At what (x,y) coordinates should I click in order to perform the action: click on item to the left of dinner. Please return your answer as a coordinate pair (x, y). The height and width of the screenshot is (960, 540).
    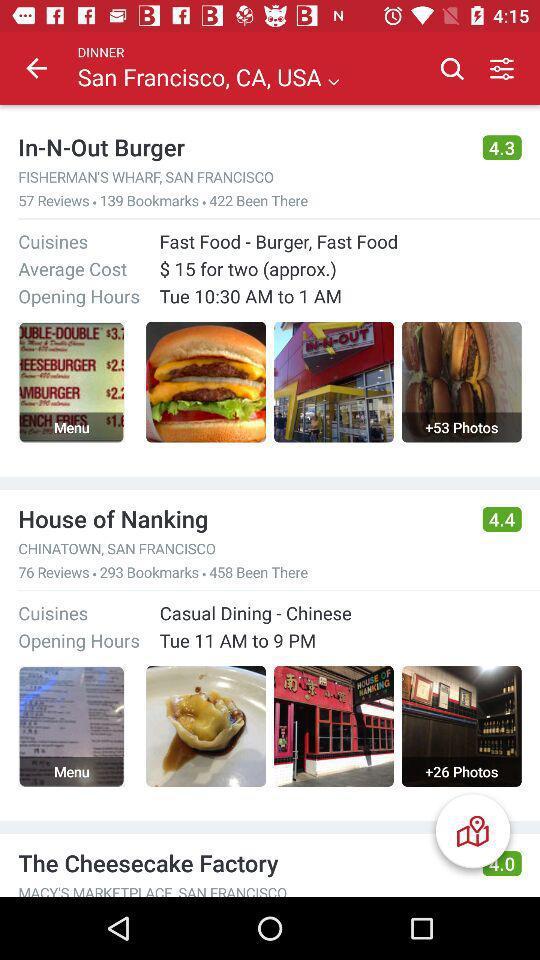
    Looking at the image, I should click on (36, 68).